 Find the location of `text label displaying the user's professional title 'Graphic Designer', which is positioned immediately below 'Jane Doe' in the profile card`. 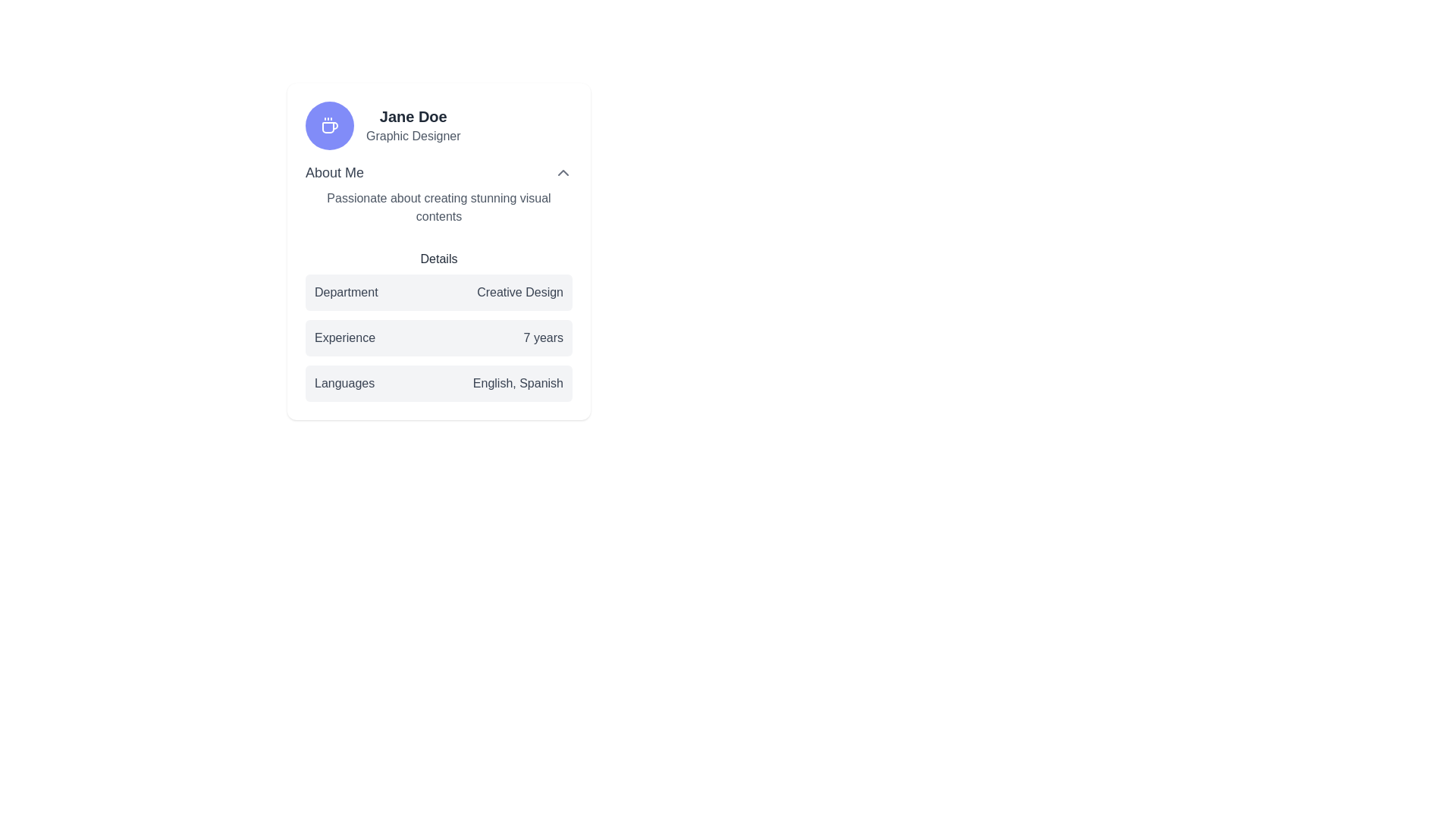

text label displaying the user's professional title 'Graphic Designer', which is positioned immediately below 'Jane Doe' in the profile card is located at coordinates (413, 136).